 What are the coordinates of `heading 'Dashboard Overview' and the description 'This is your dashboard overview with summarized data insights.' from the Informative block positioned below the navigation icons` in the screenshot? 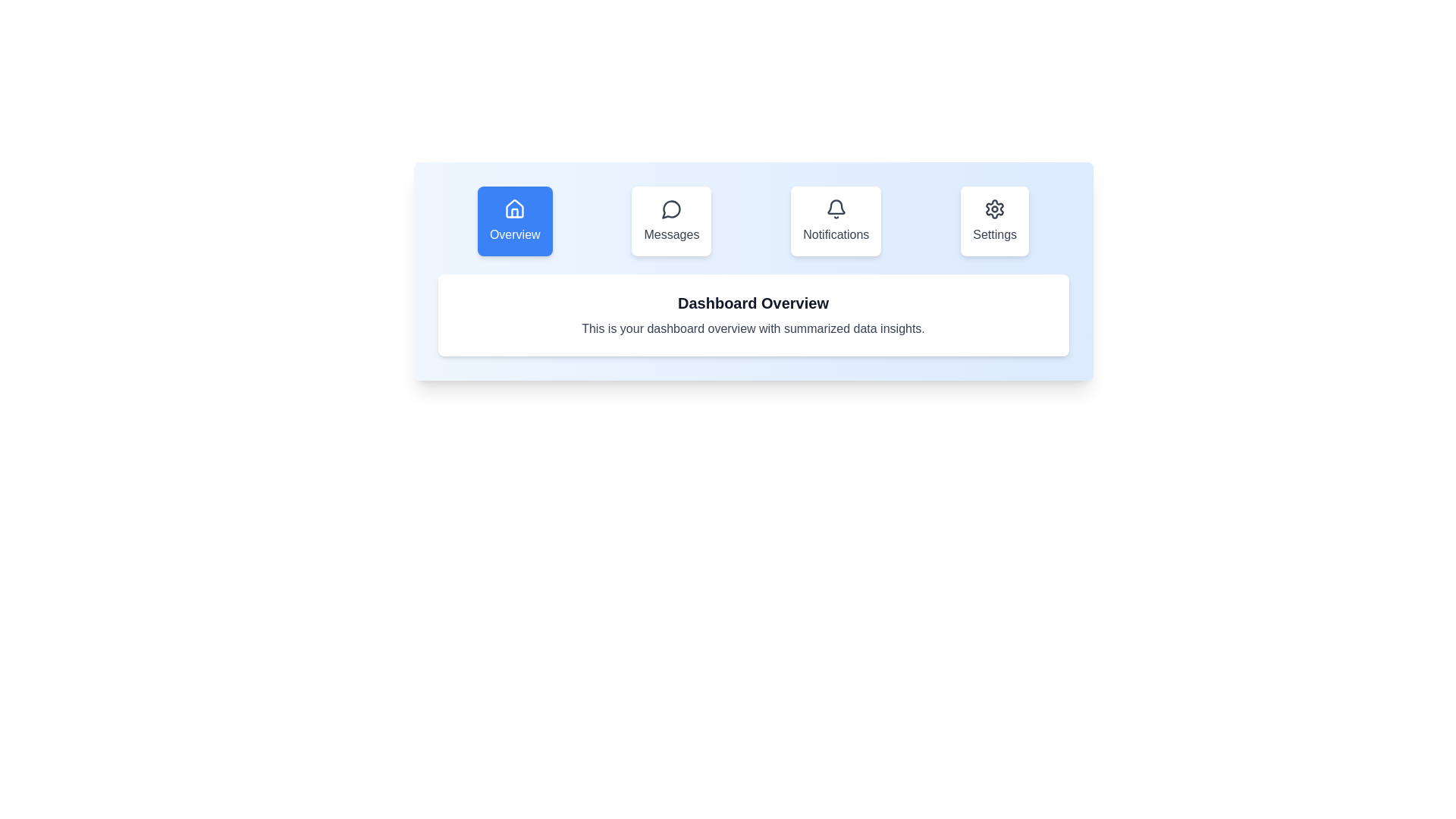 It's located at (753, 315).